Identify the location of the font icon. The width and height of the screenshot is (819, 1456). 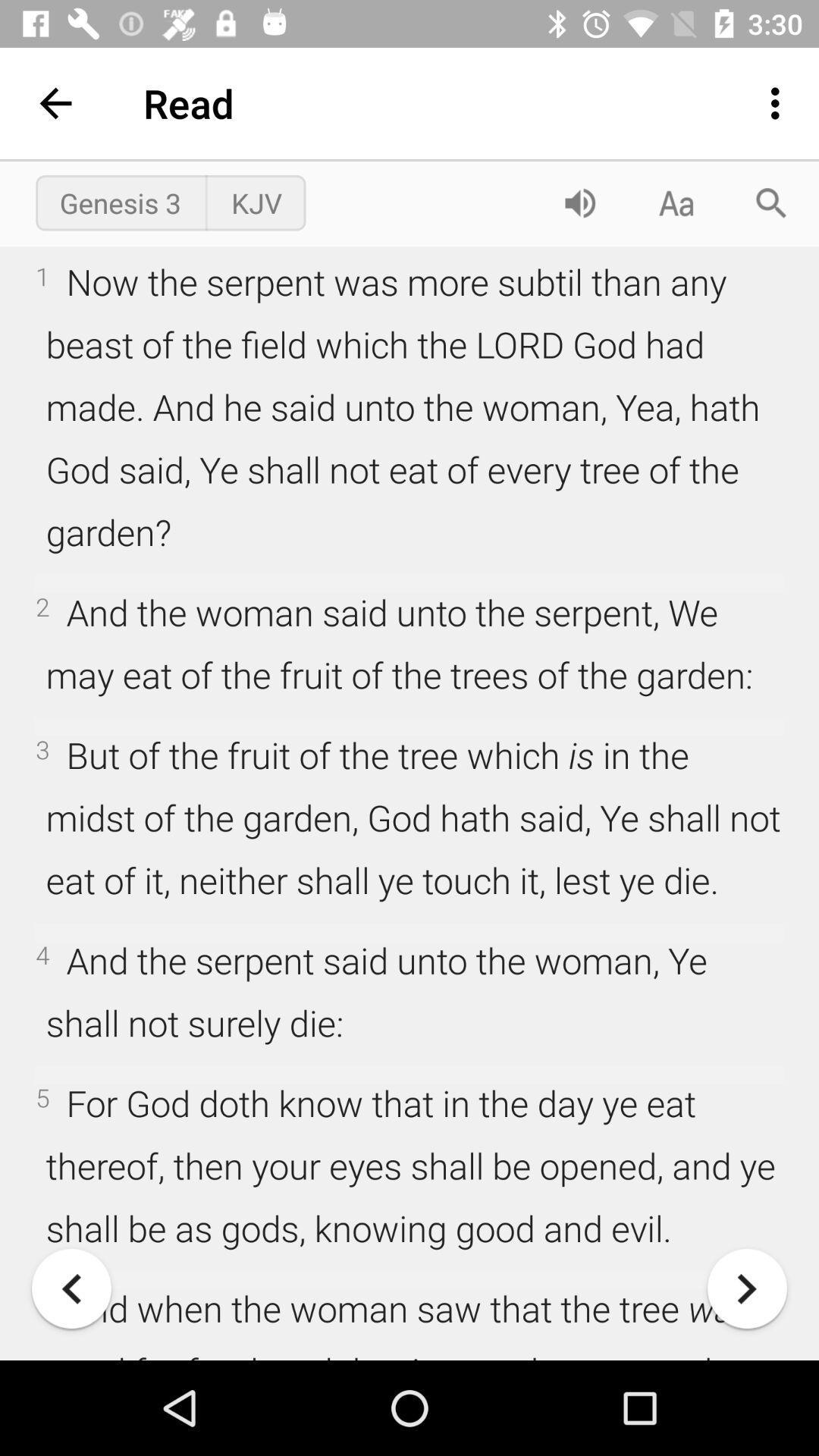
(675, 202).